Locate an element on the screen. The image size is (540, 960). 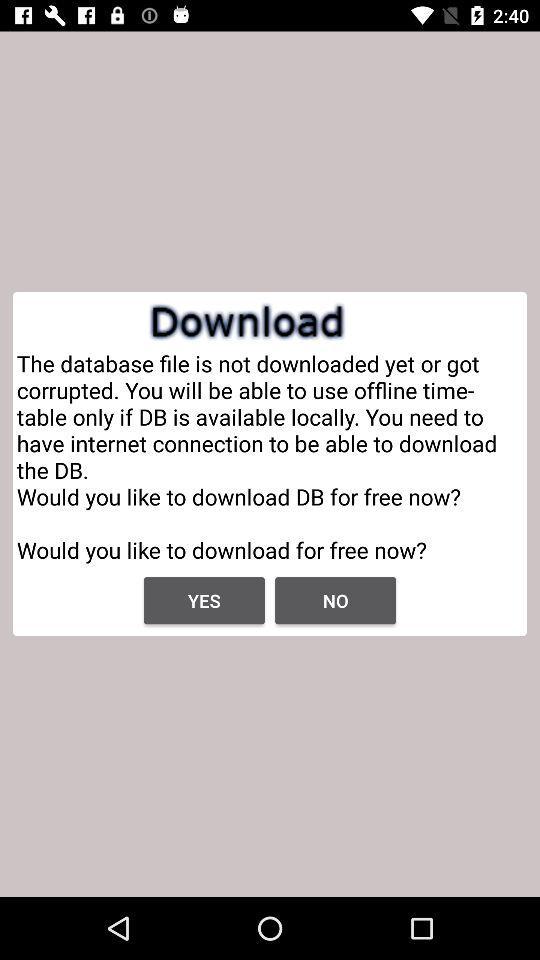
the item to the left of no button is located at coordinates (203, 600).